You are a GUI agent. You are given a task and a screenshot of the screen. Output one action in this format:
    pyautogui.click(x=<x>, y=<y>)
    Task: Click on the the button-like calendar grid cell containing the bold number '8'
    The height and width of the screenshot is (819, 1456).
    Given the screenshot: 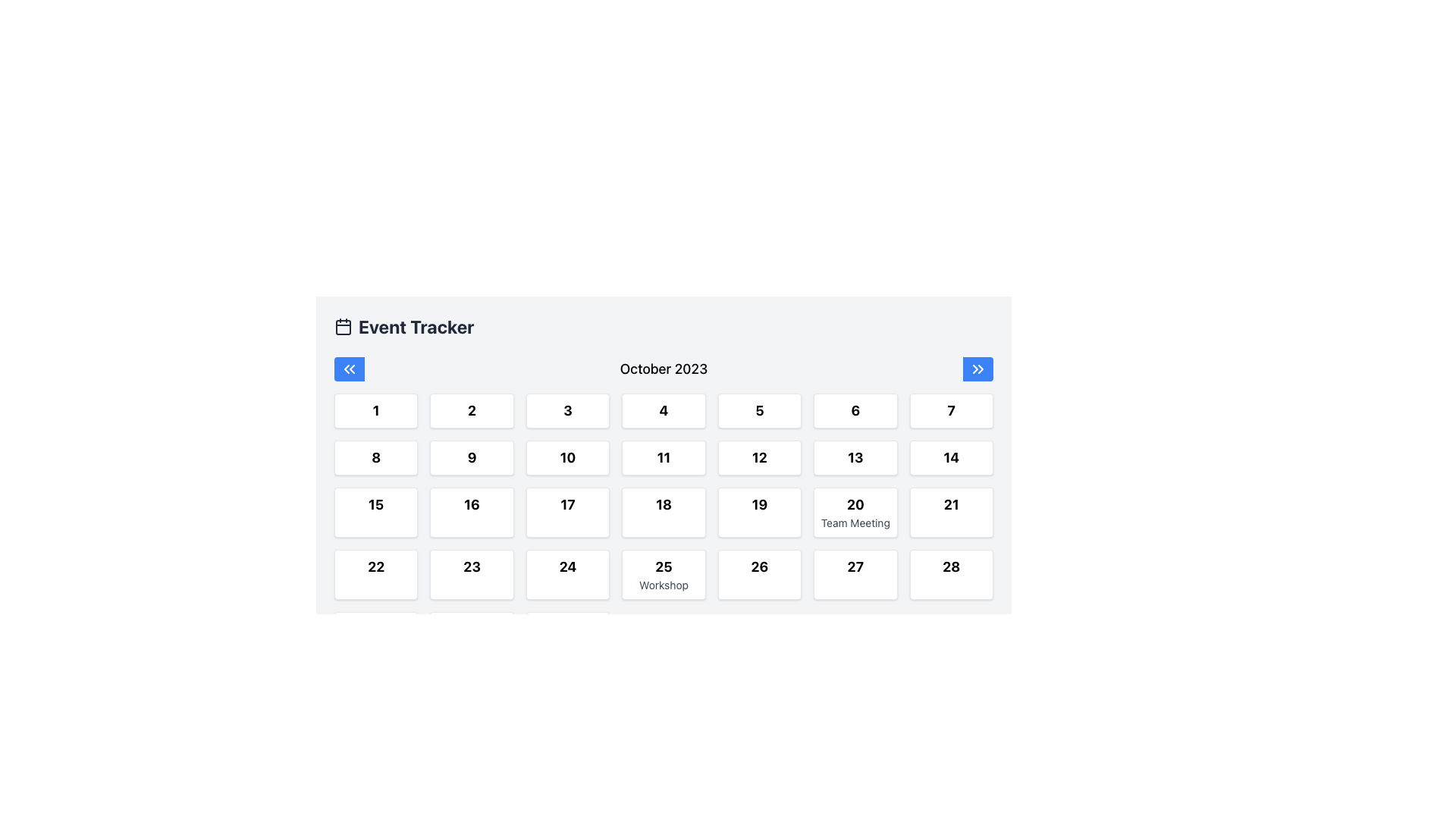 What is the action you would take?
    pyautogui.click(x=376, y=457)
    